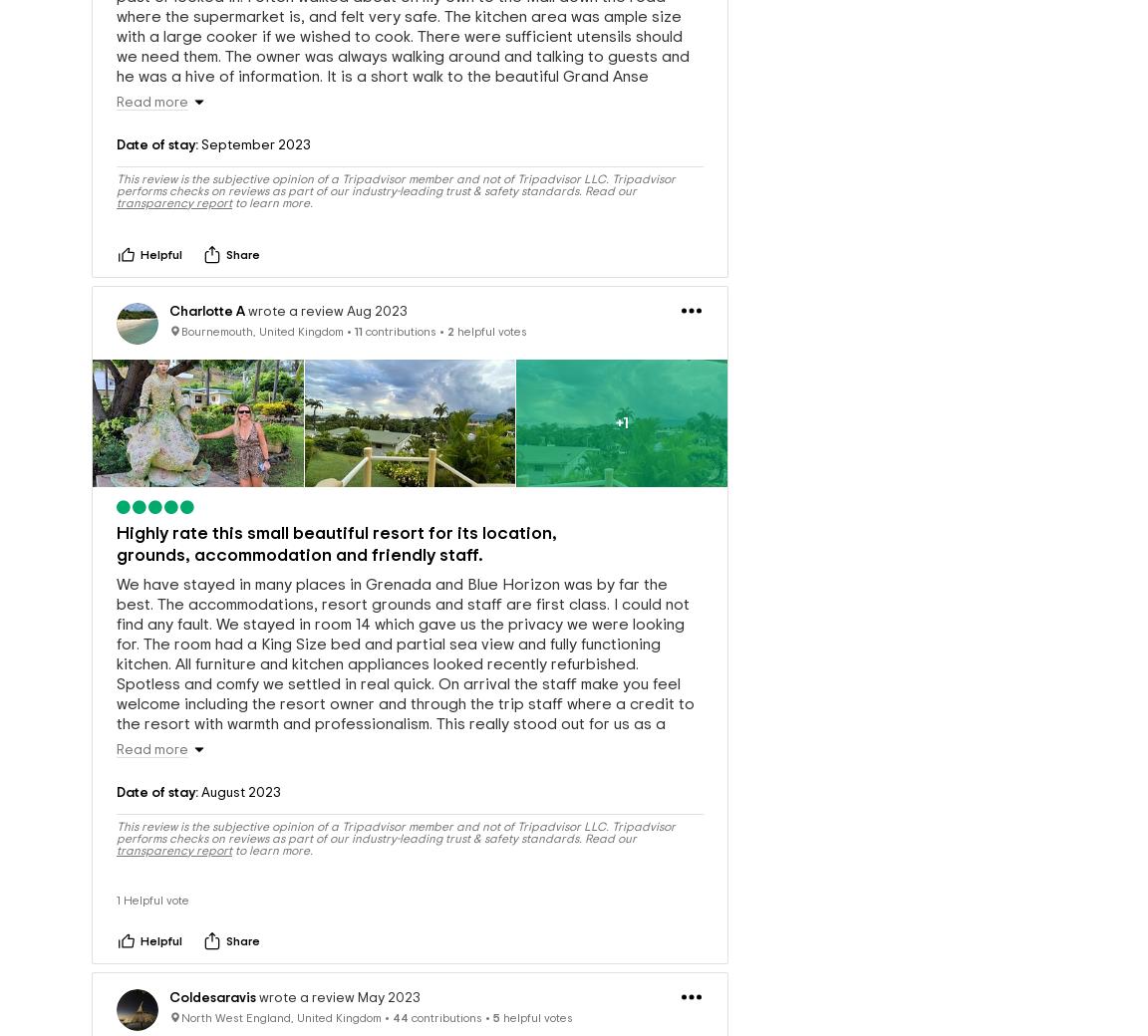 This screenshot has width=1148, height=1036. Describe the element at coordinates (262, 336) in the screenshot. I see `'Bournemouth, United Kingdom'` at that location.